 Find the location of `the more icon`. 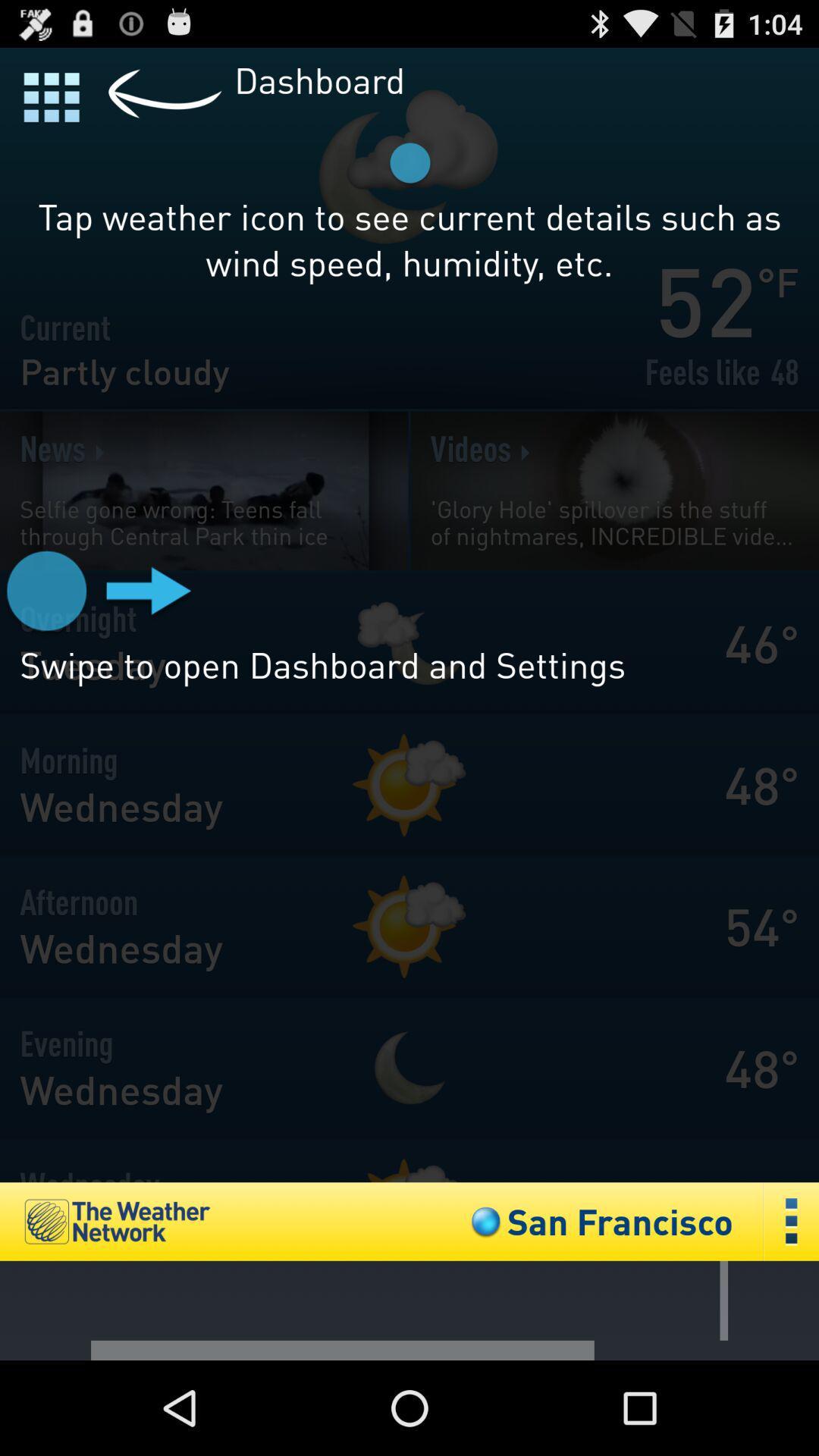

the more icon is located at coordinates (791, 1307).